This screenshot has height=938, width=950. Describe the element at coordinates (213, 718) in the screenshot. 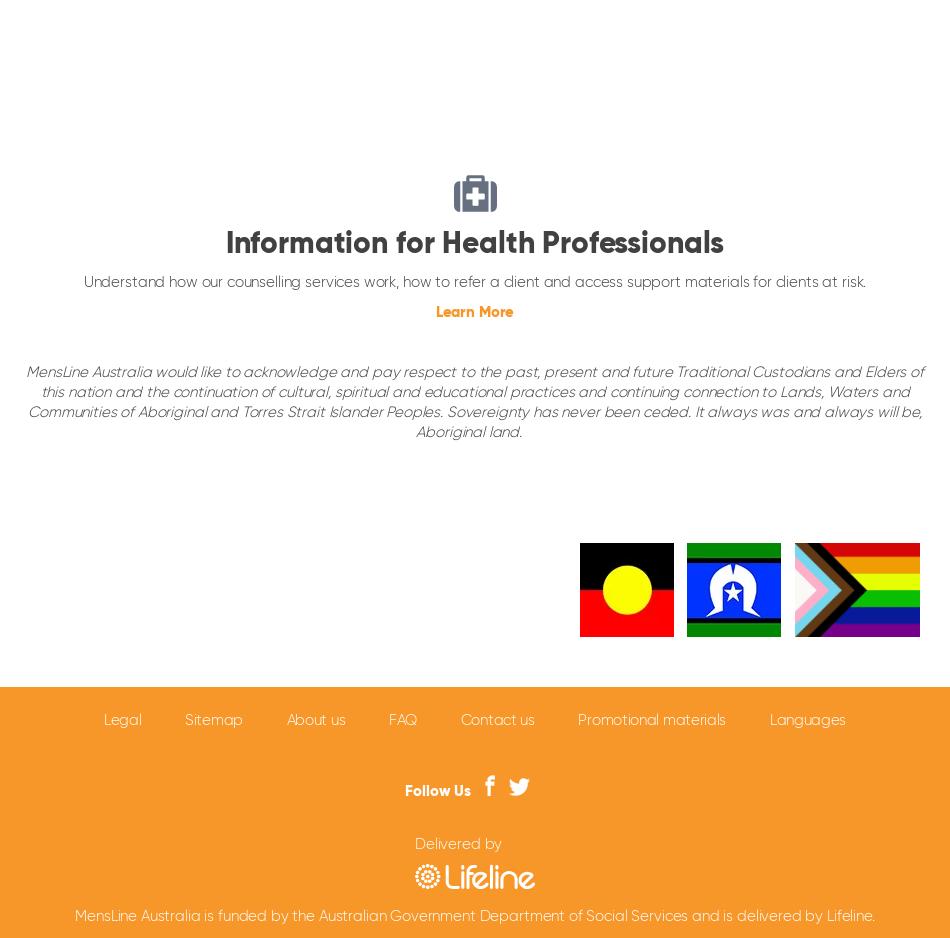

I see `'Sitemap'` at that location.